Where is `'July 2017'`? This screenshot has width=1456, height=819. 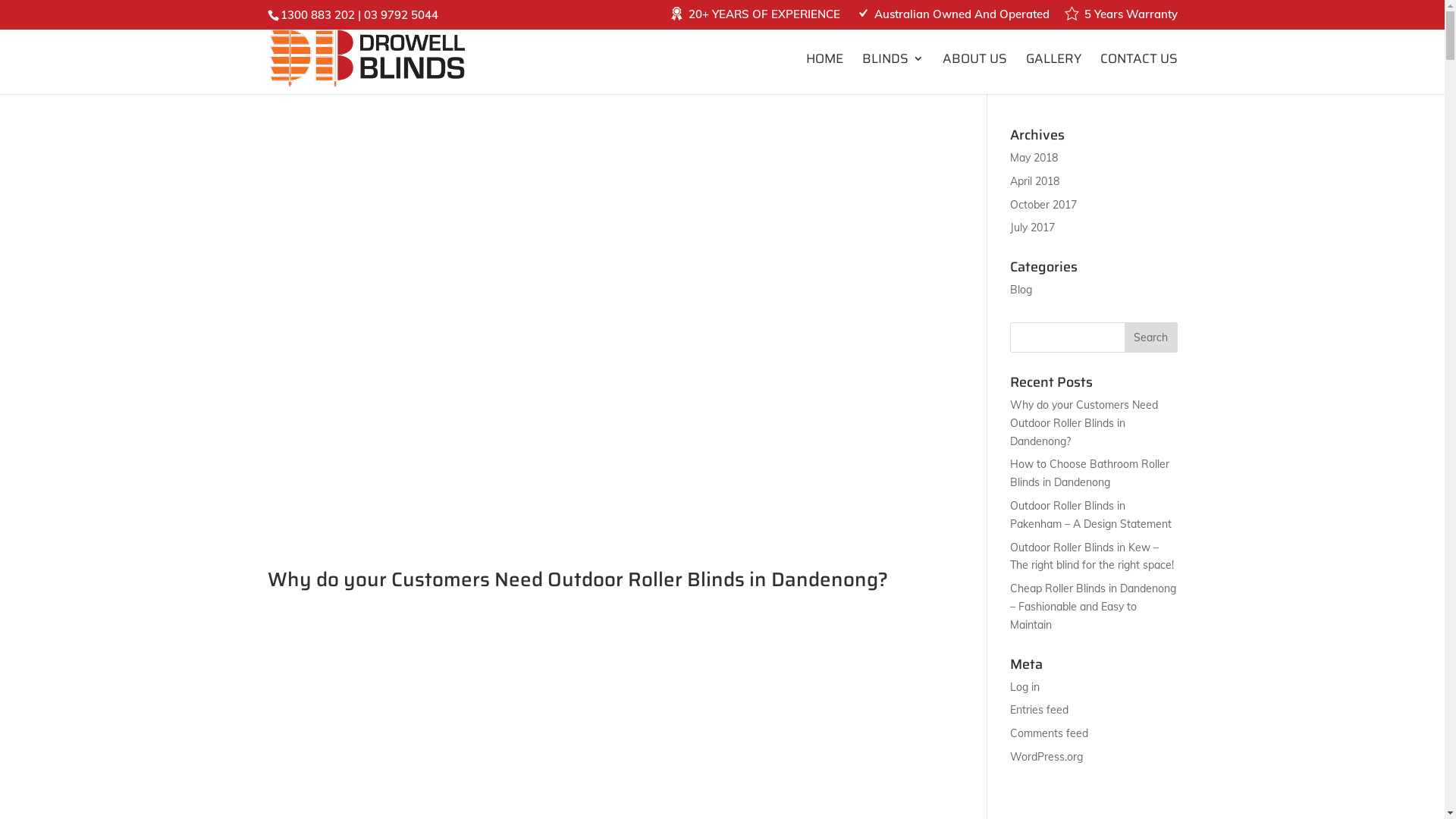
'July 2017' is located at coordinates (1031, 227).